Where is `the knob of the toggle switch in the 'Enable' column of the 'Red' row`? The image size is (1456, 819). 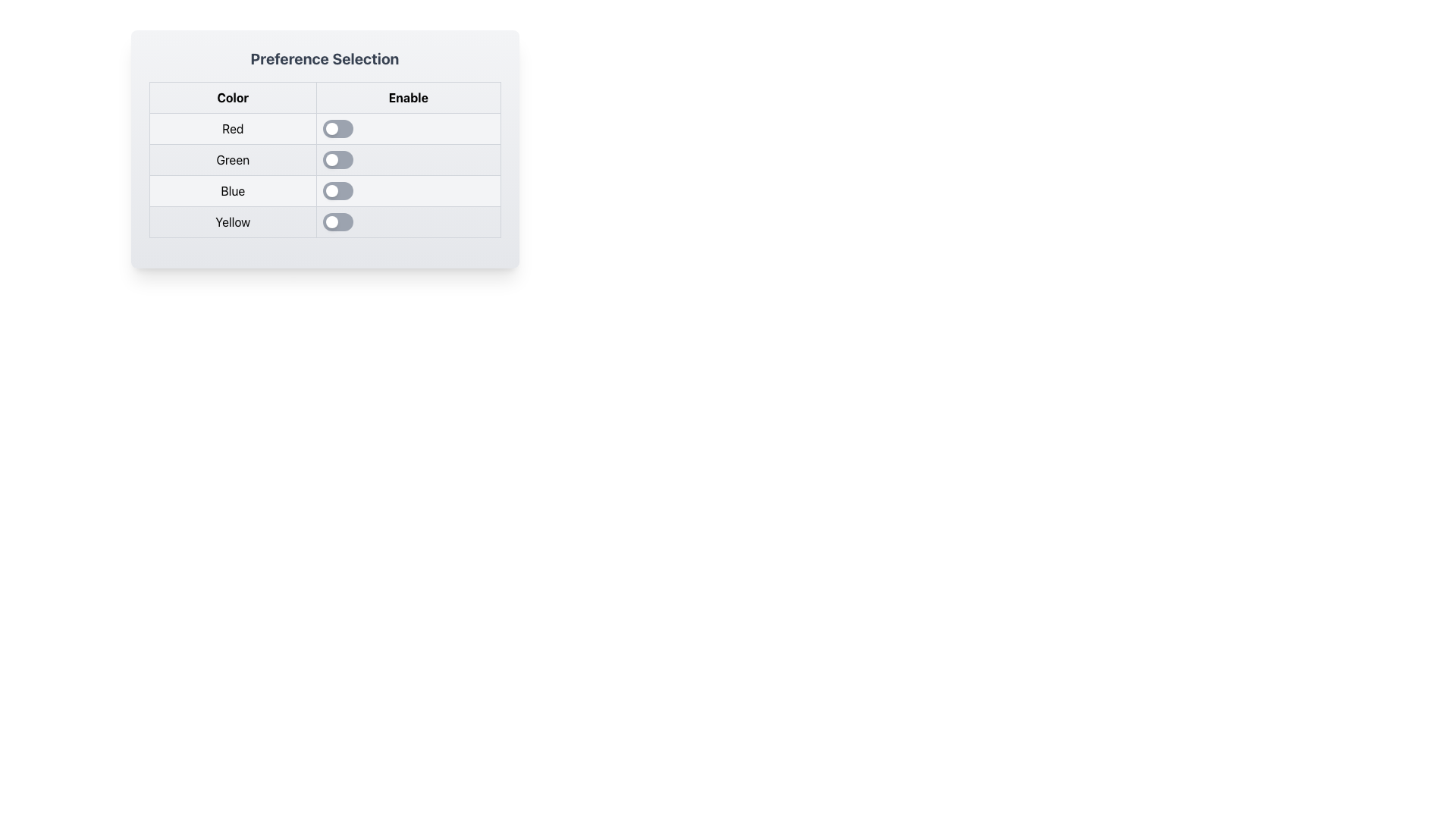
the knob of the toggle switch in the 'Enable' column of the 'Red' row is located at coordinates (337, 127).